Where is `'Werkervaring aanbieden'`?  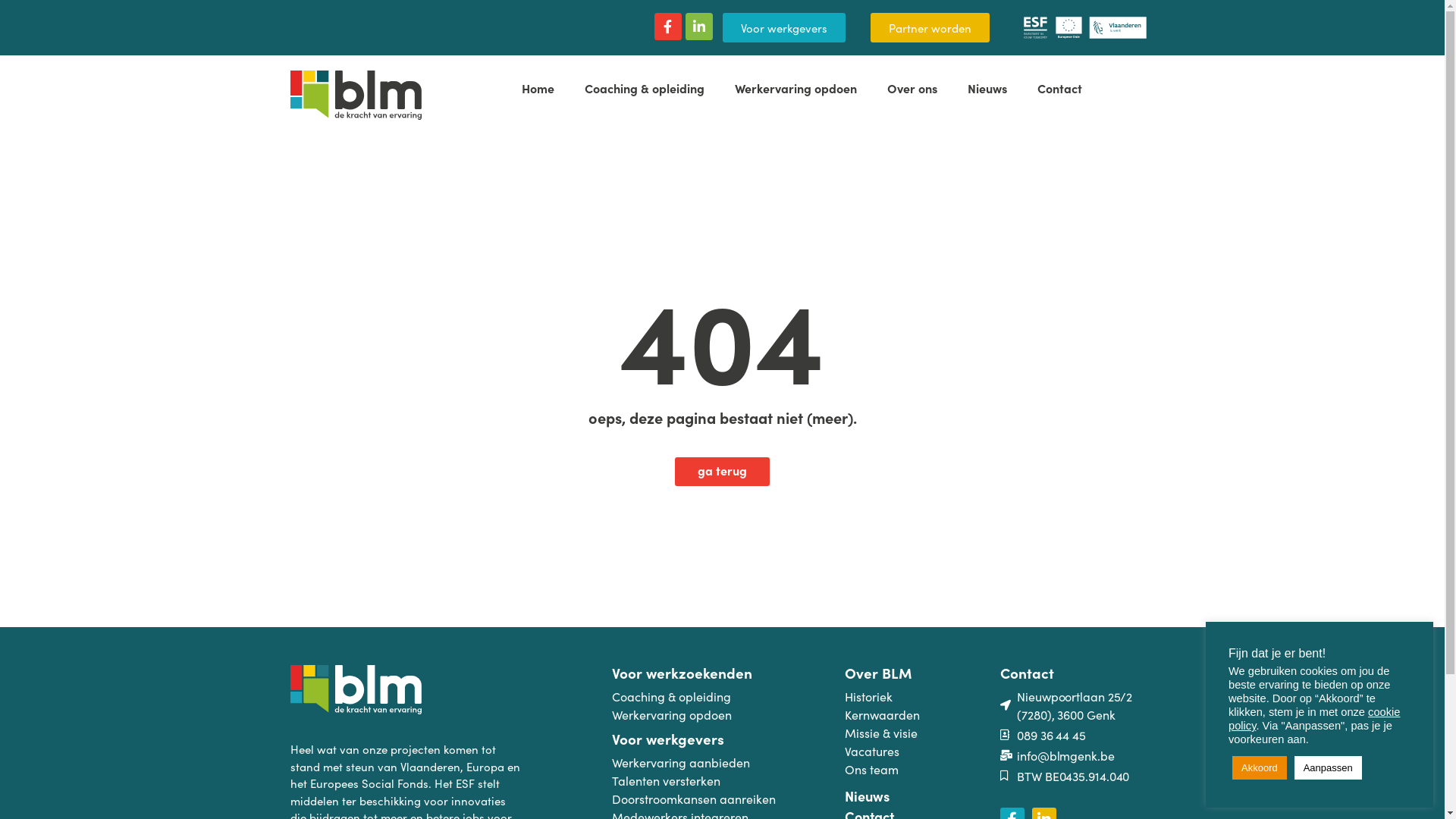
'Werkervaring aanbieden' is located at coordinates (728, 762).